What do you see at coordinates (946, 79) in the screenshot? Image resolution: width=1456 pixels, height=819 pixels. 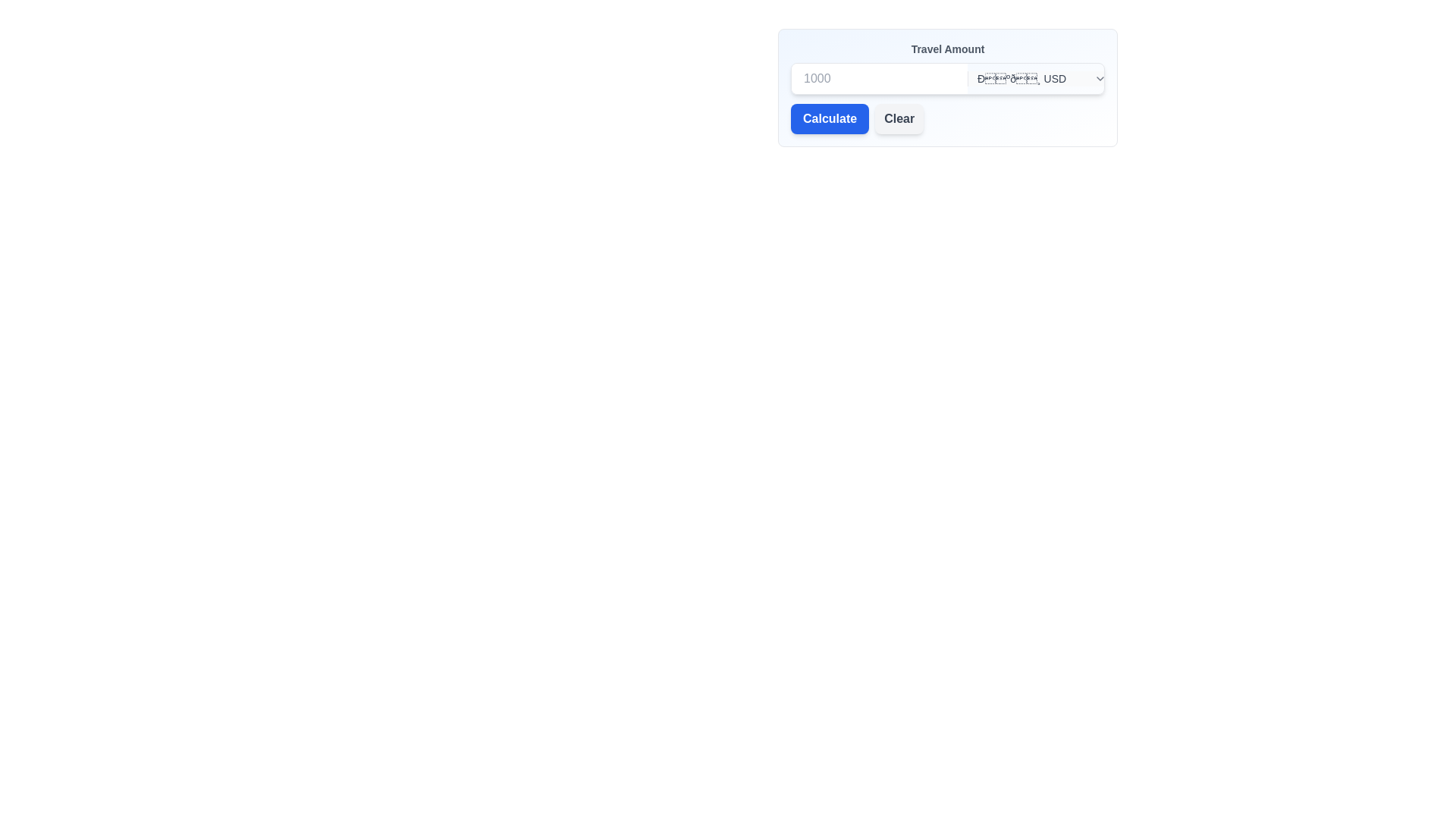 I see `a currency from the dropdown menu located below the 'Travel Amount' label, which is part of a composite component containing a text input field and dropdown menu` at bounding box center [946, 79].